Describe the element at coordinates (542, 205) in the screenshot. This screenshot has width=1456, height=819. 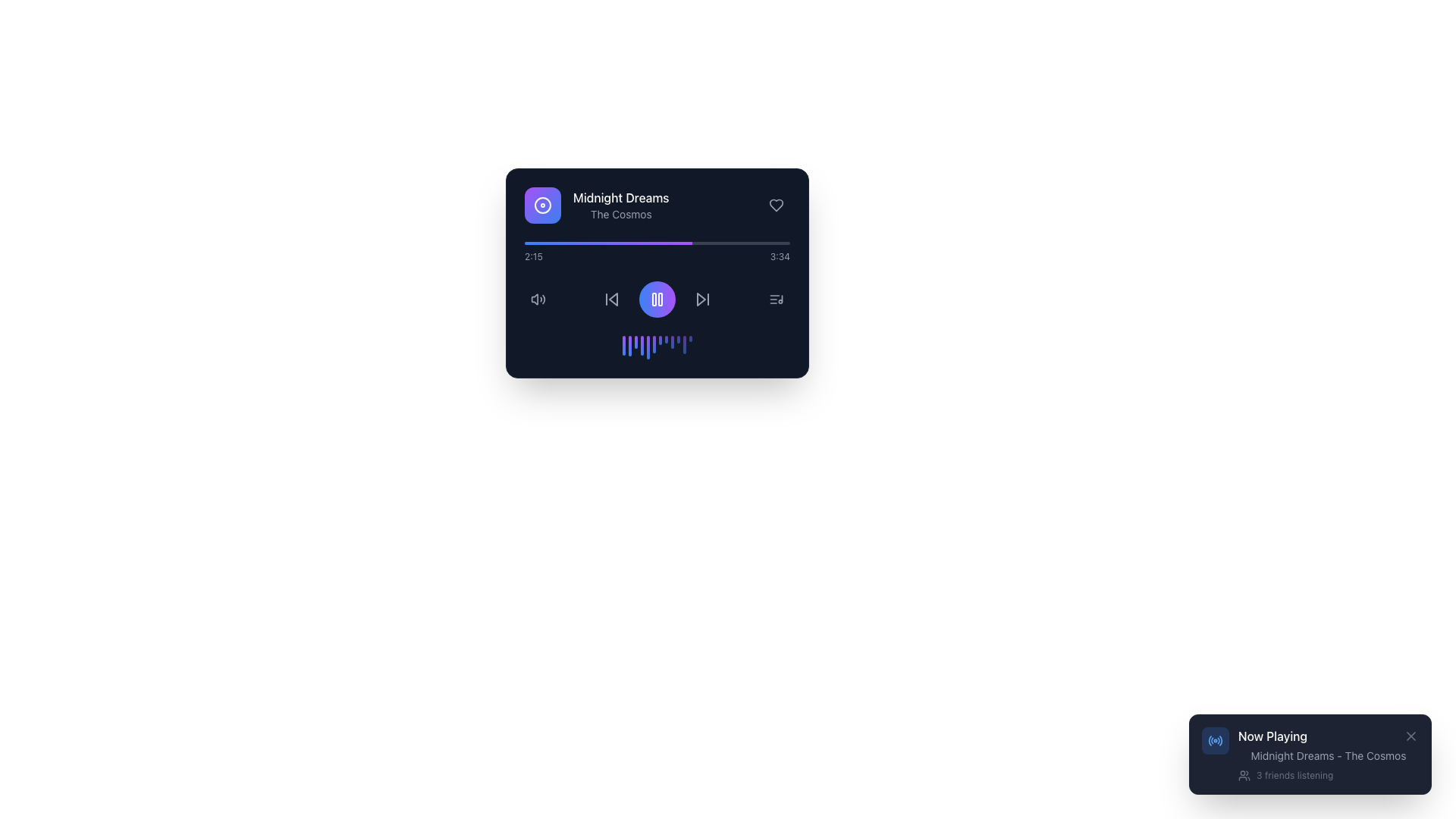
I see `the button indicating the currently active track, positioned in the top-left corner of the music player card, near the text 'Midnight Dreams' and 'The Cosmos'` at that location.